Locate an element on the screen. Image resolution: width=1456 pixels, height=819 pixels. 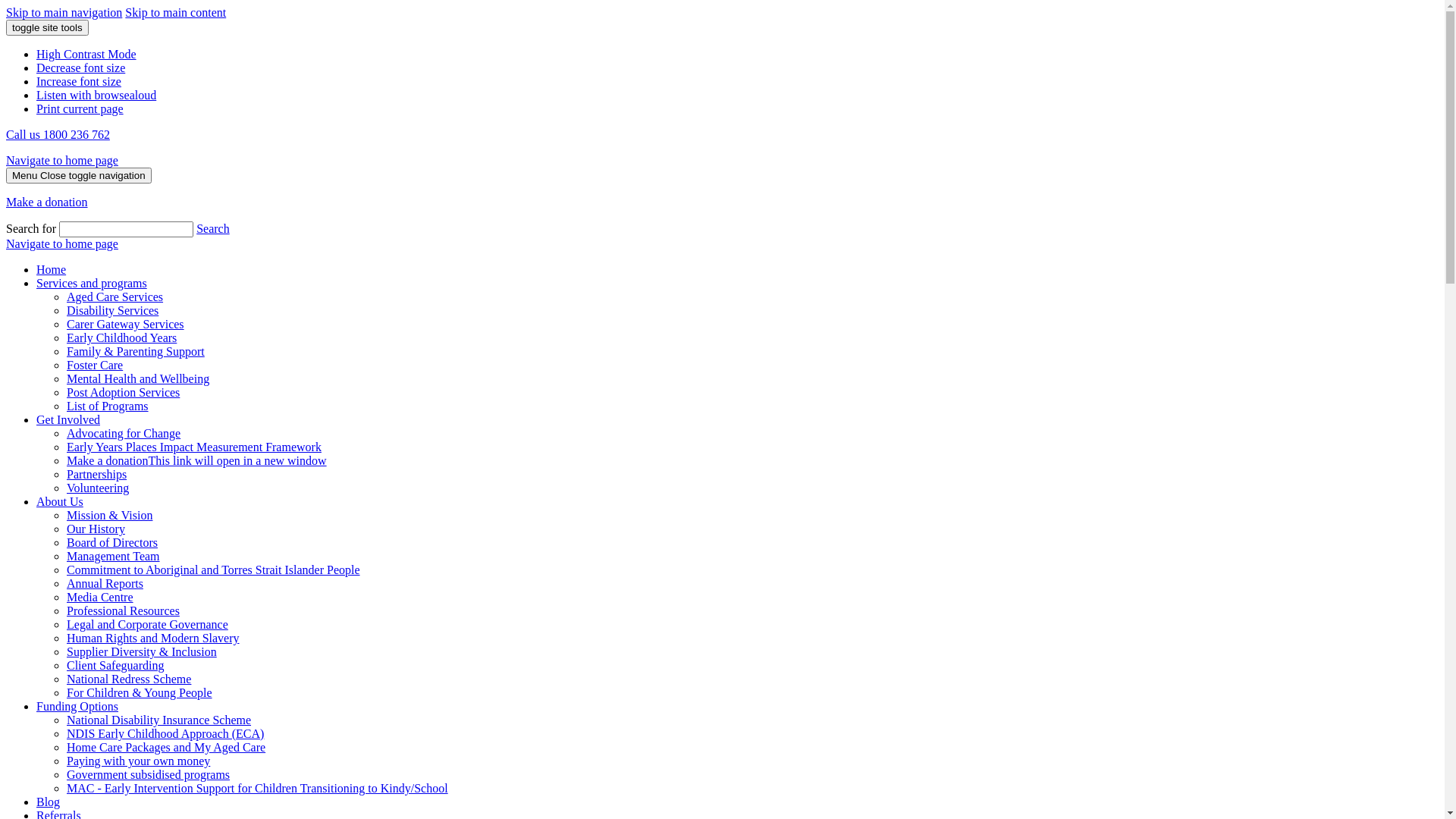
'Paying with your own money' is located at coordinates (138, 761).